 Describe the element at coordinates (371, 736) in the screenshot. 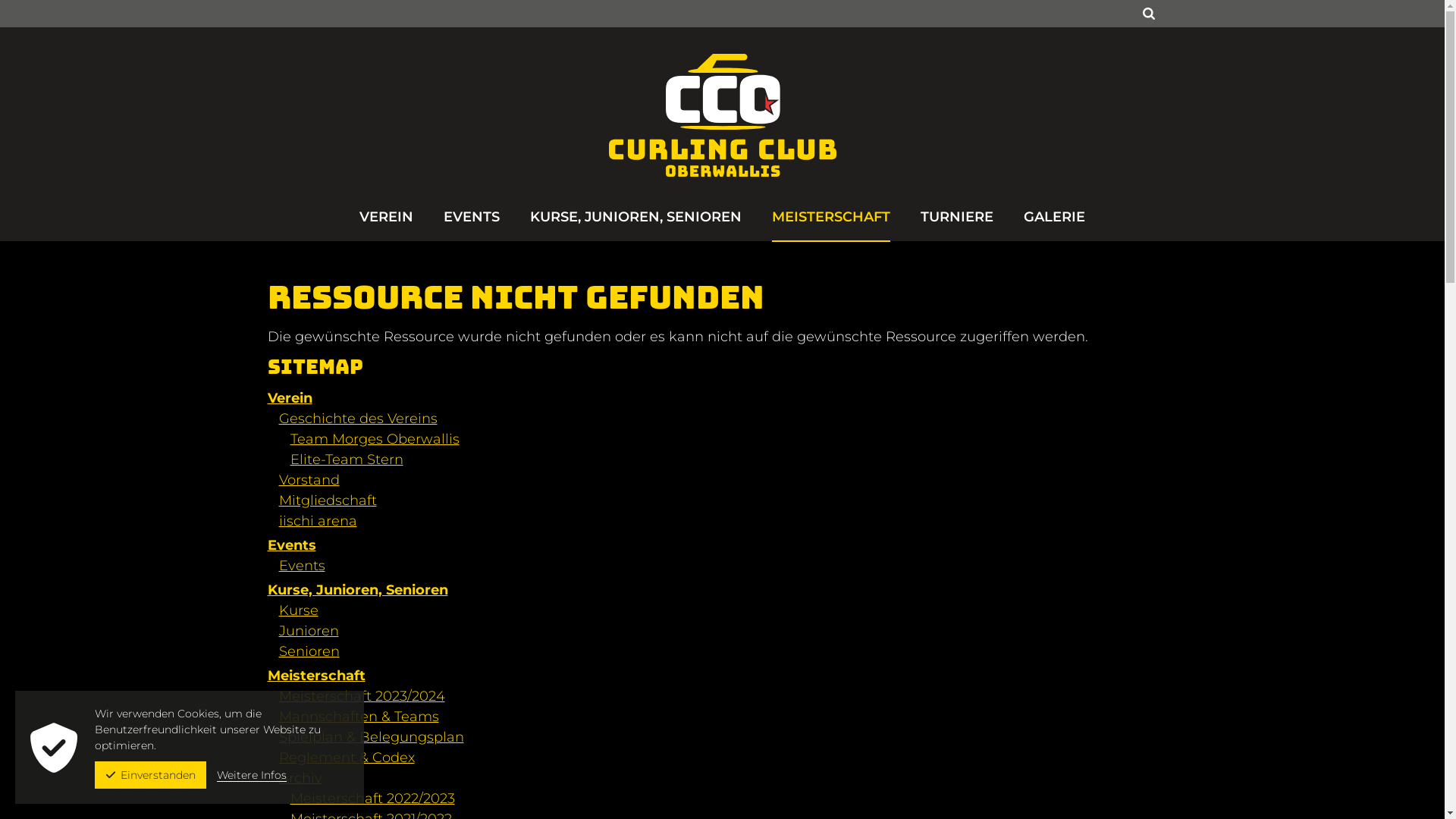

I see `'Spielplan & Belegungsplan'` at that location.